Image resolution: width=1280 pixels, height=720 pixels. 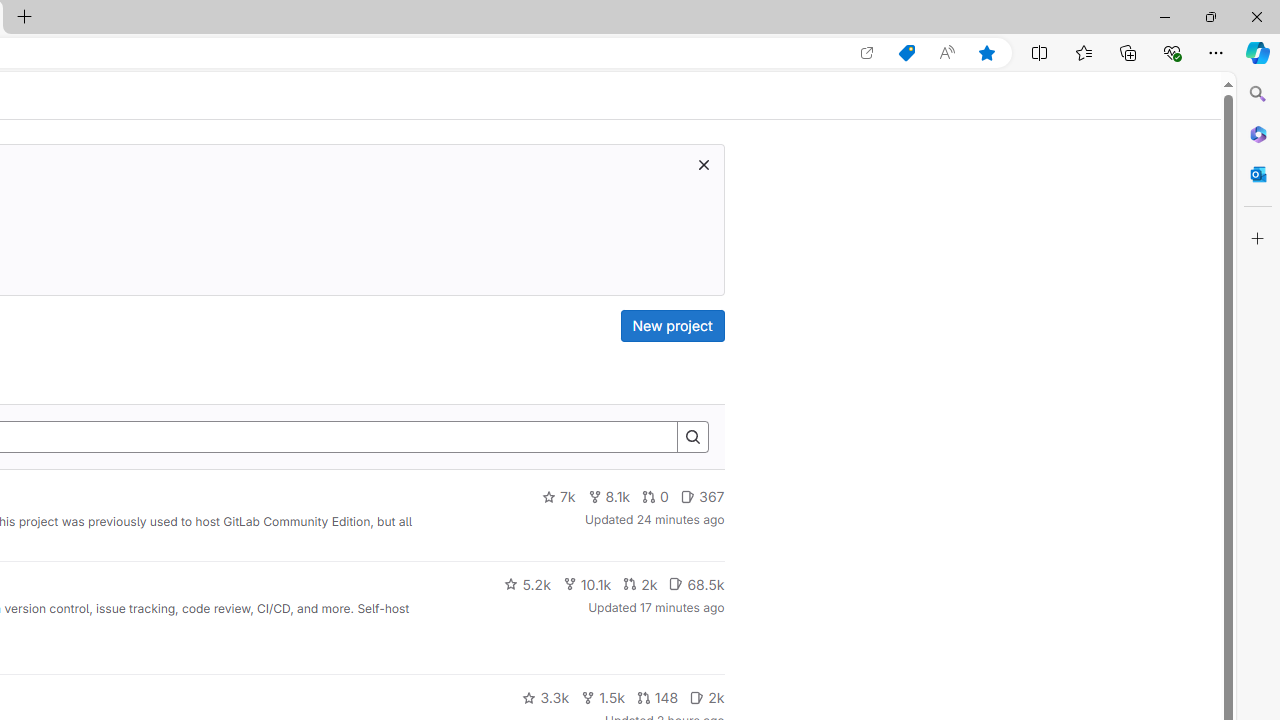 I want to click on '148', so click(x=657, y=697).